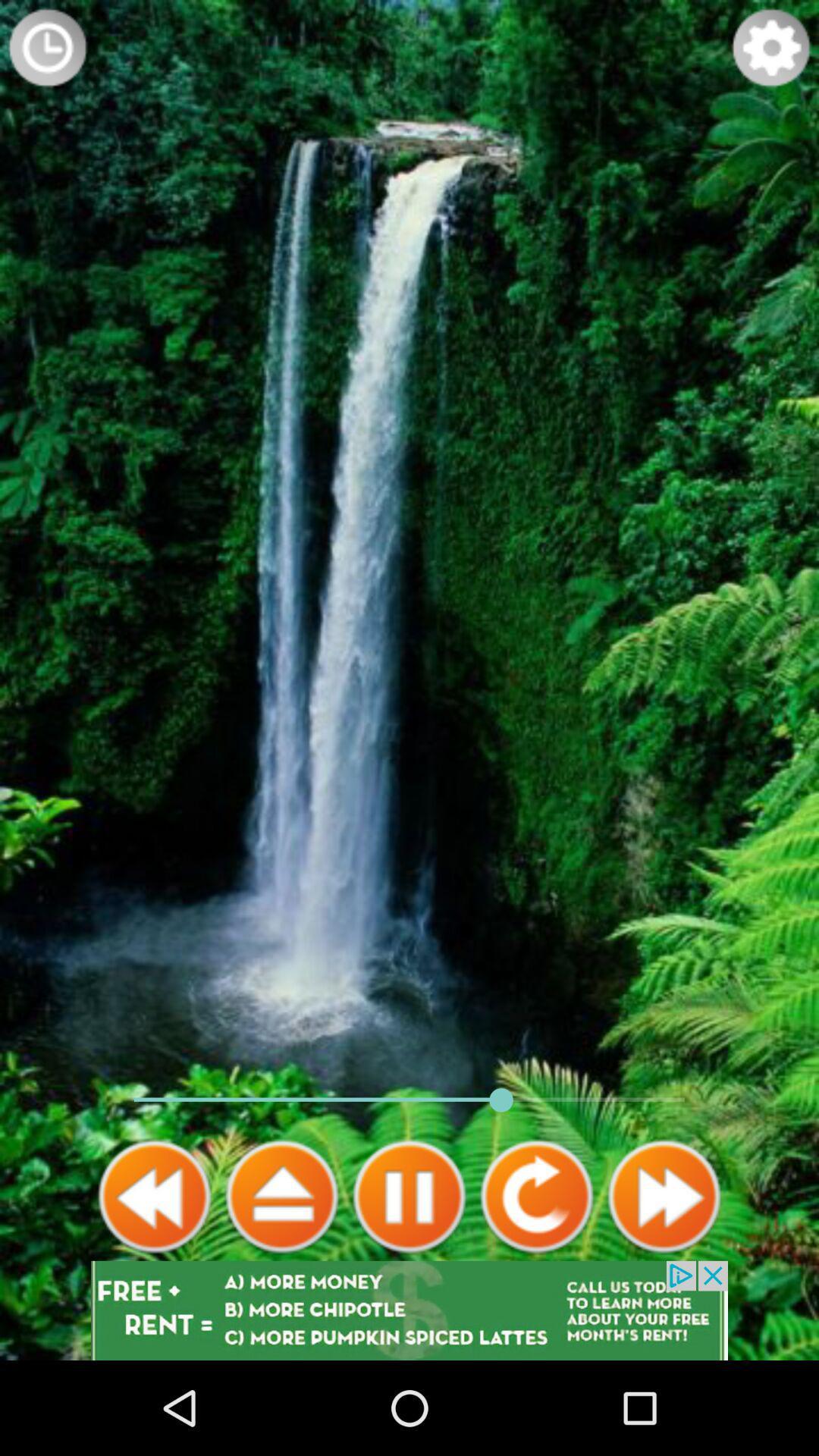  Describe the element at coordinates (409, 1196) in the screenshot. I see `pause audio` at that location.